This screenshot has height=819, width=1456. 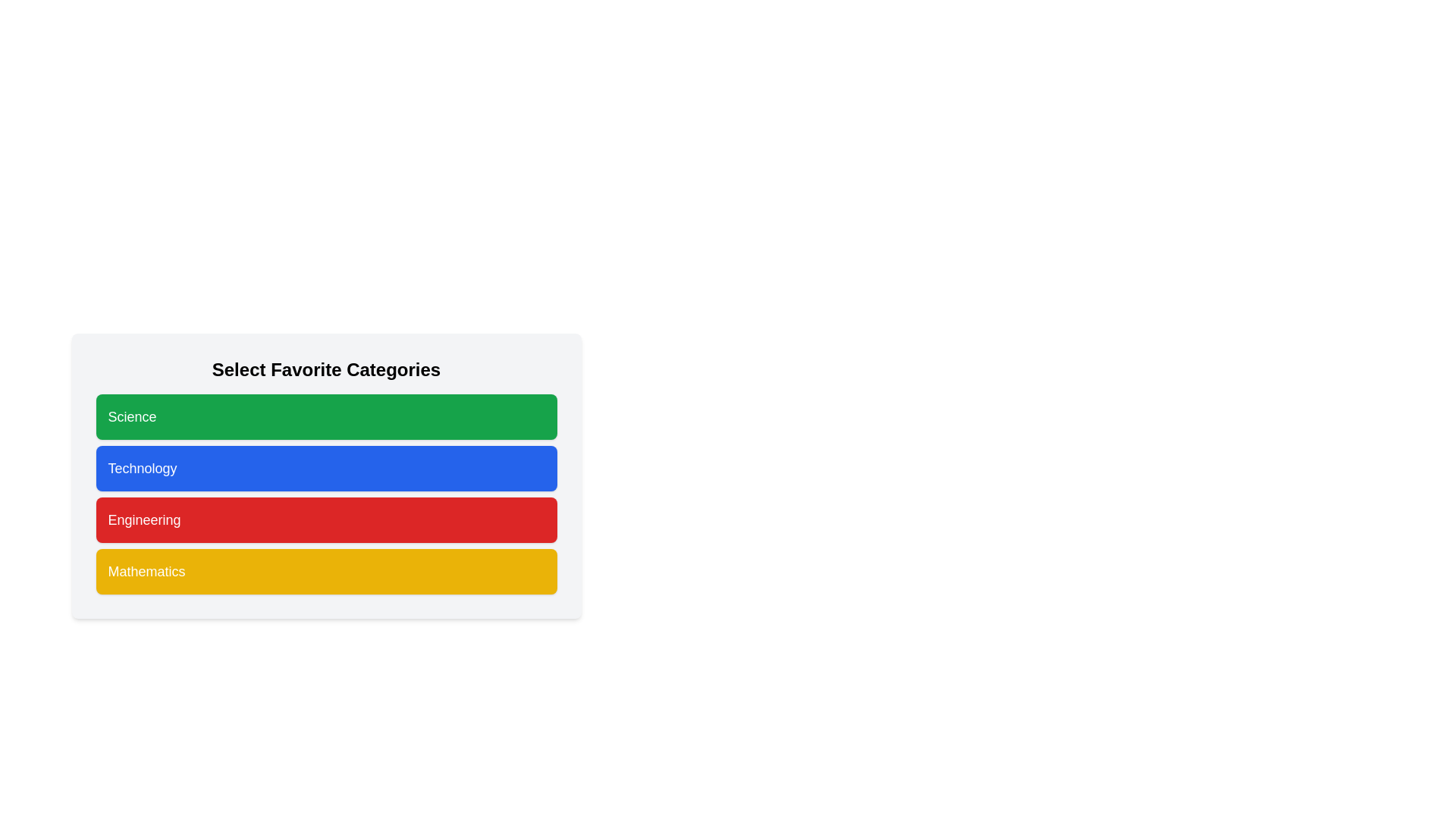 I want to click on text of the 'Mathematics' label, which is displayed in a bold font on a yellow background as the last element in a vertically stacked list of buttons, so click(x=146, y=571).